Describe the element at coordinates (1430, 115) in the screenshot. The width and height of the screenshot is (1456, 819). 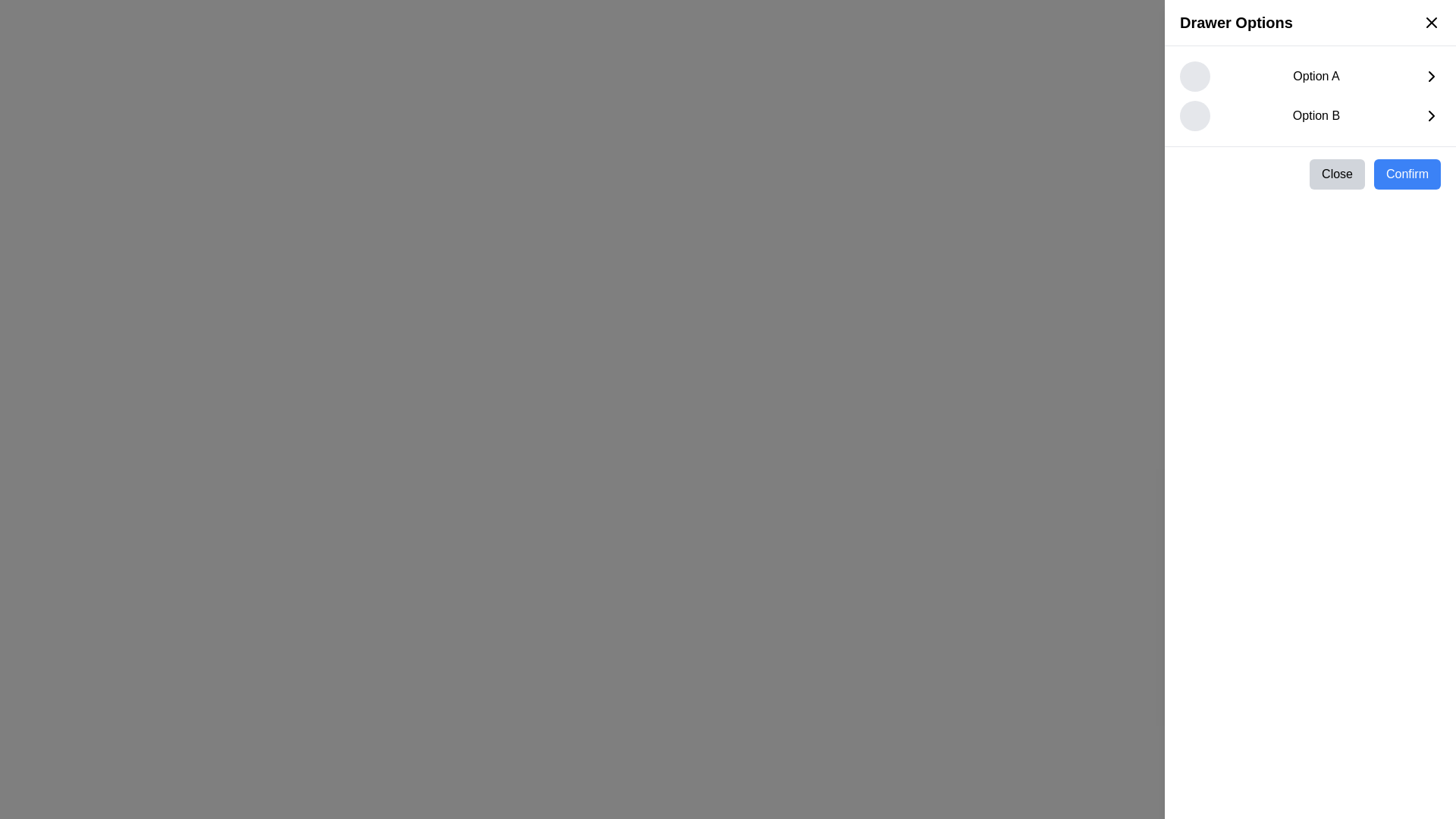
I see `the chevron icon located to the far right of the row displaying 'Option B', which is the third visual element in that row` at that location.